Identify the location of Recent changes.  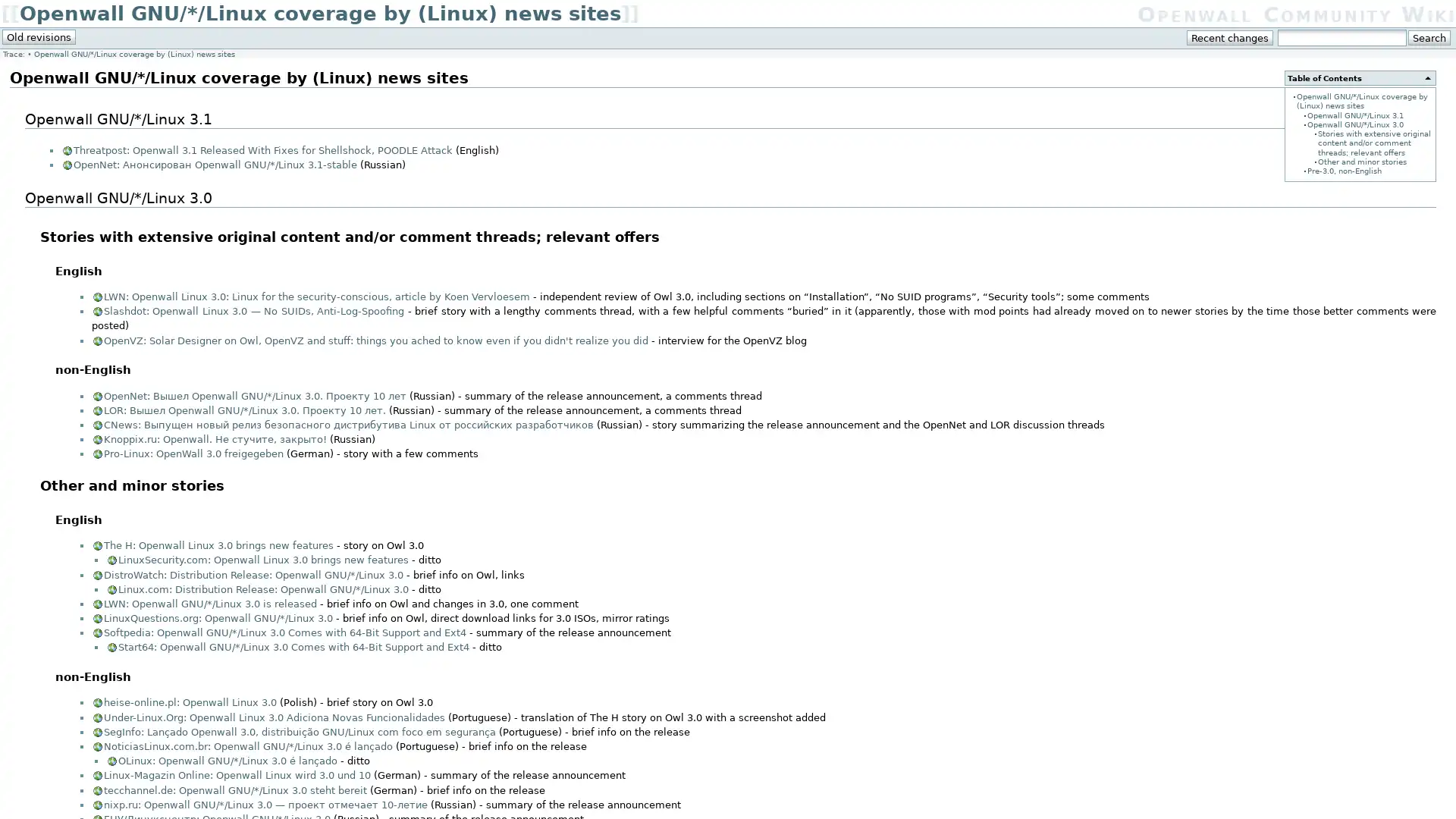
(1230, 37).